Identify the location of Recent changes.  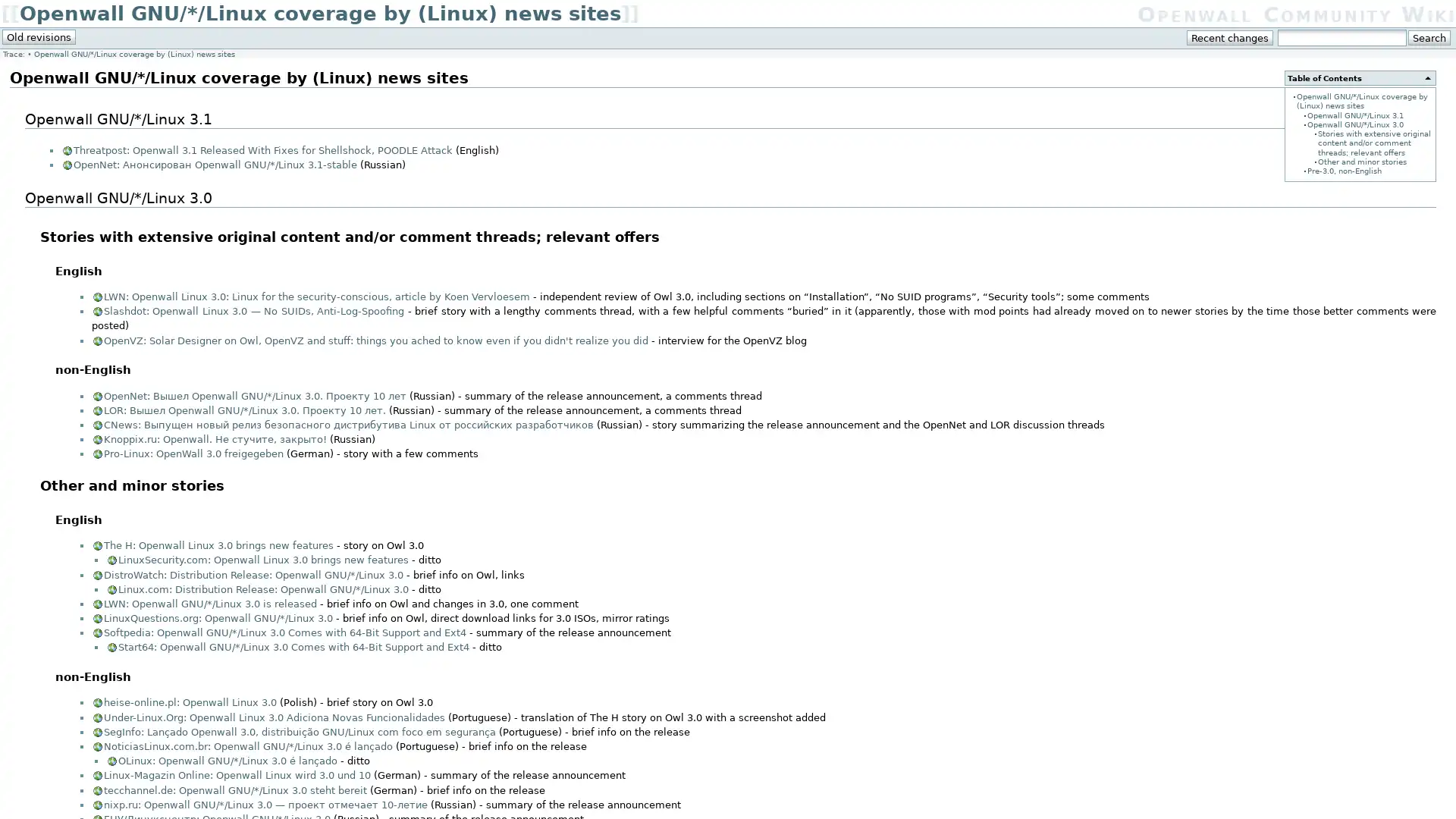
(1230, 37).